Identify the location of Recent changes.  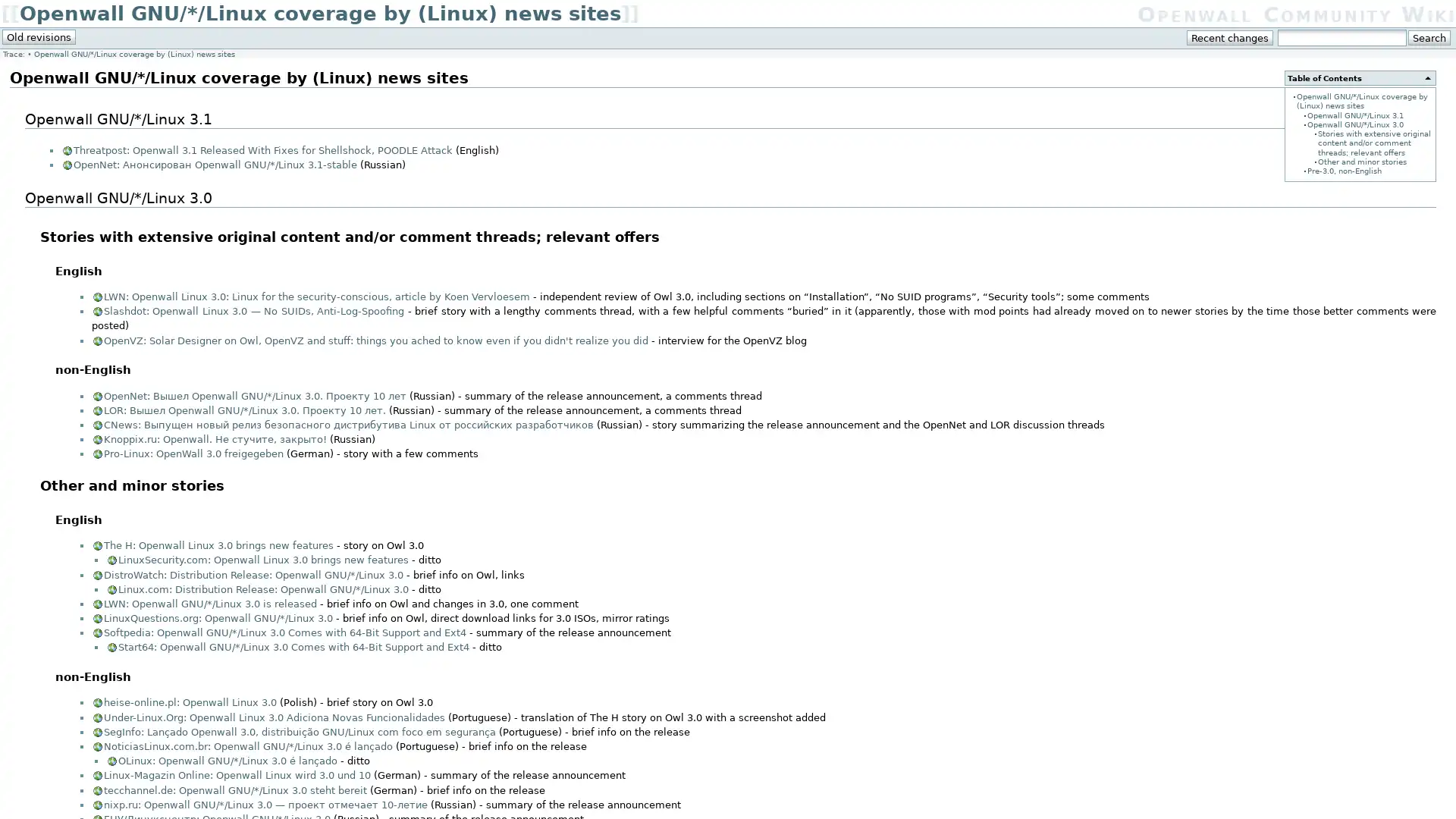
(1230, 37).